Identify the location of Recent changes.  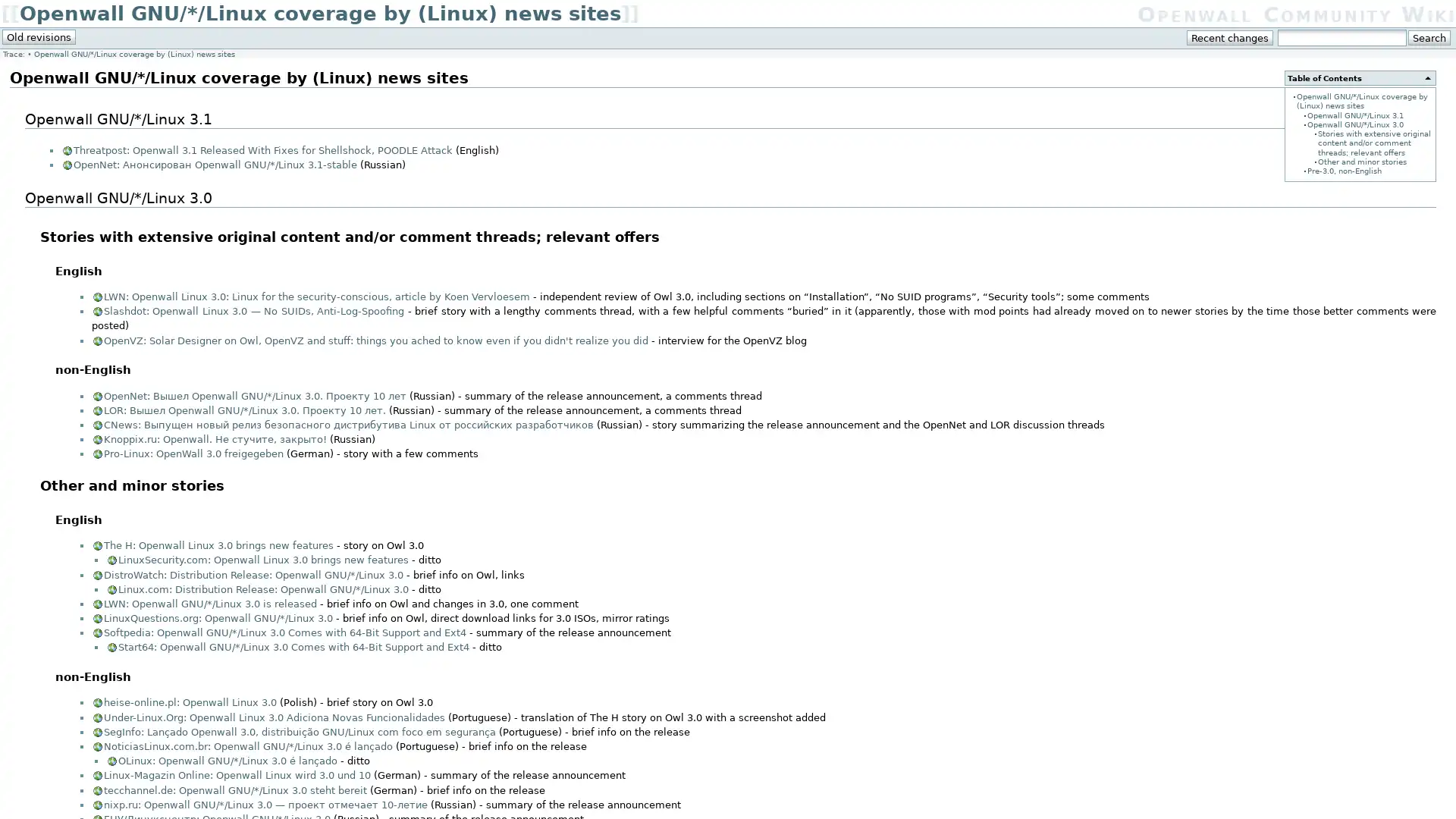
(1230, 37).